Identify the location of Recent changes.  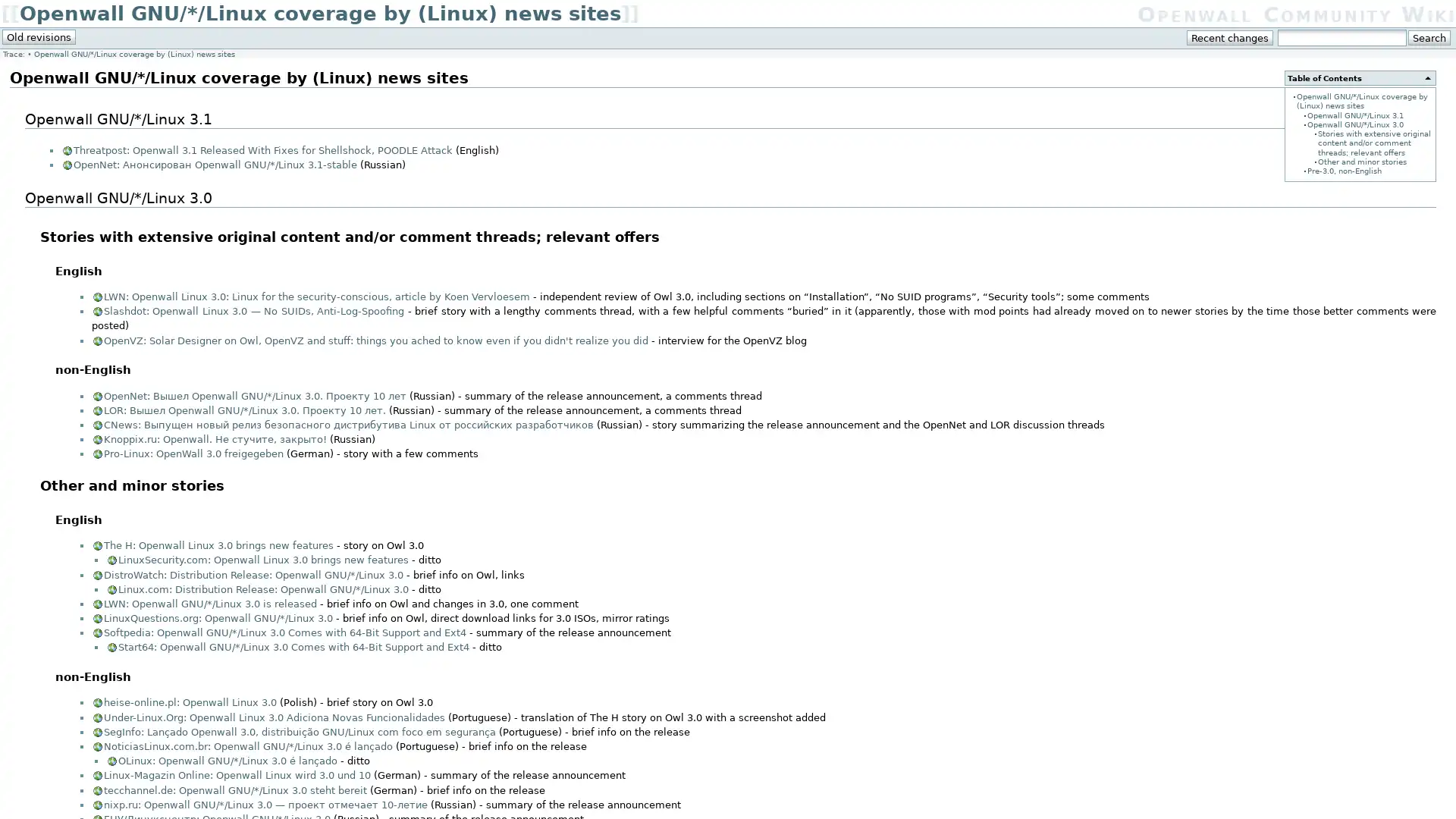
(1230, 37).